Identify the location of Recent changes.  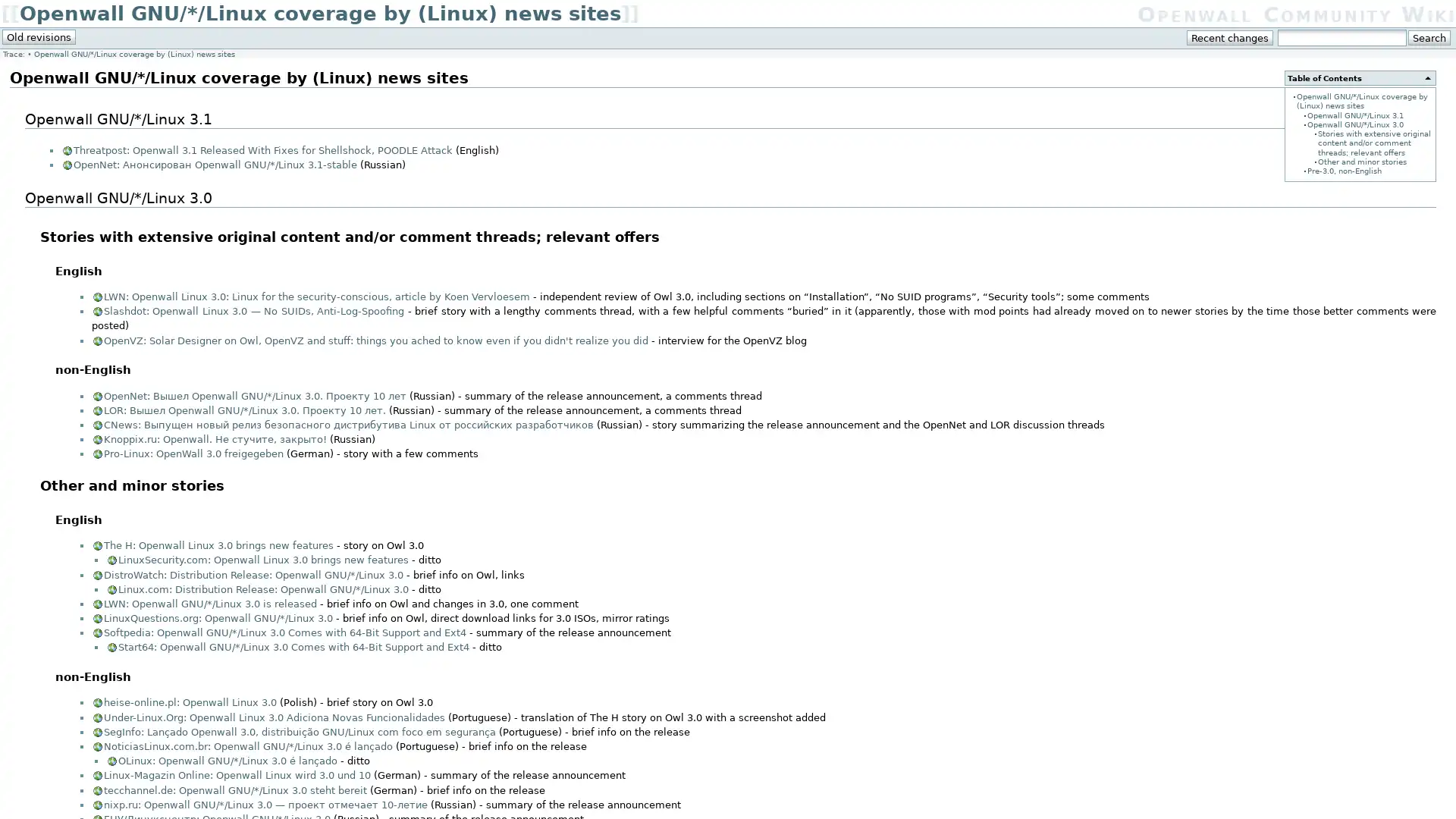
(1230, 37).